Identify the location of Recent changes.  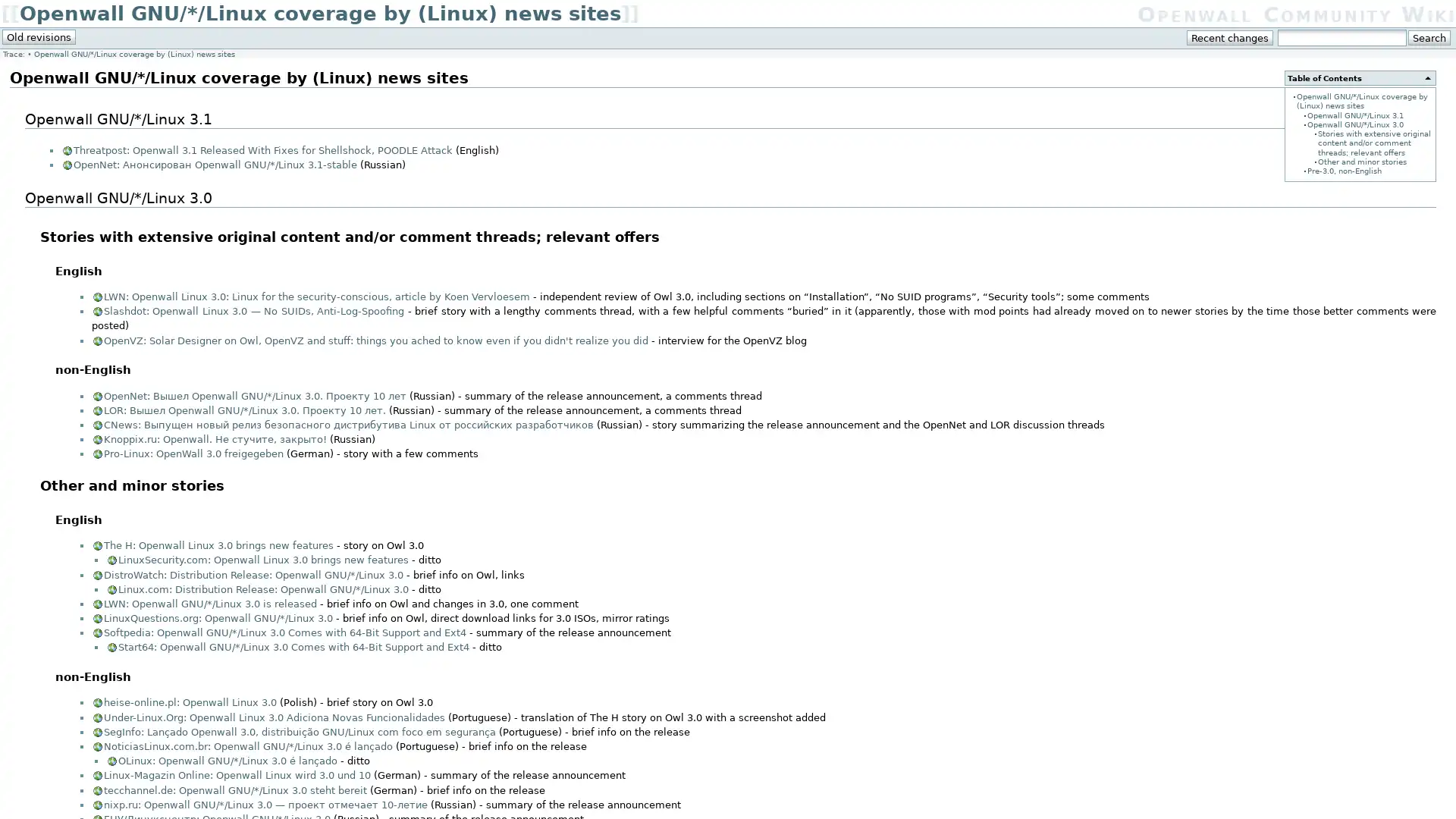
(1230, 37).